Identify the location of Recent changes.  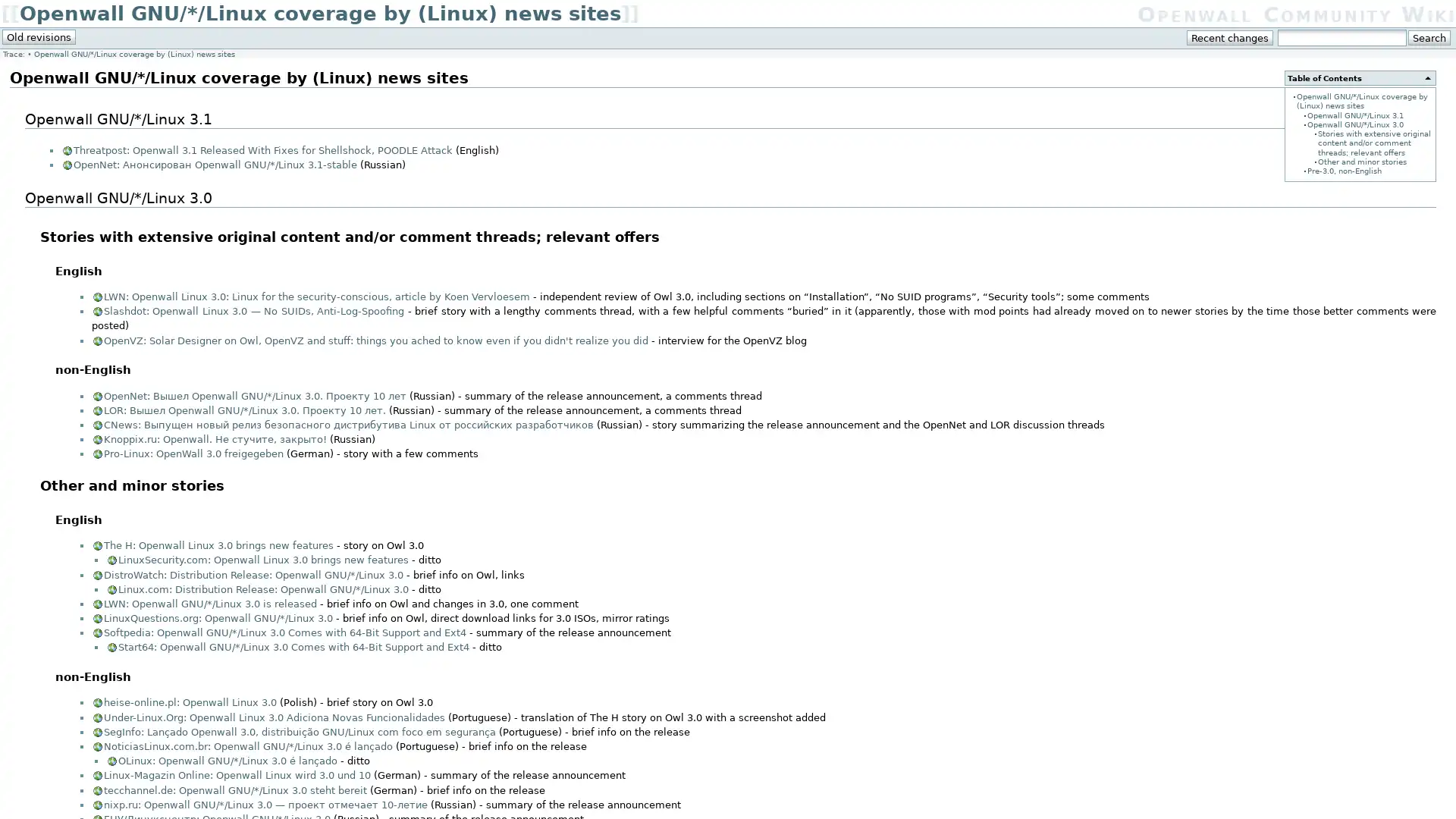
(1230, 37).